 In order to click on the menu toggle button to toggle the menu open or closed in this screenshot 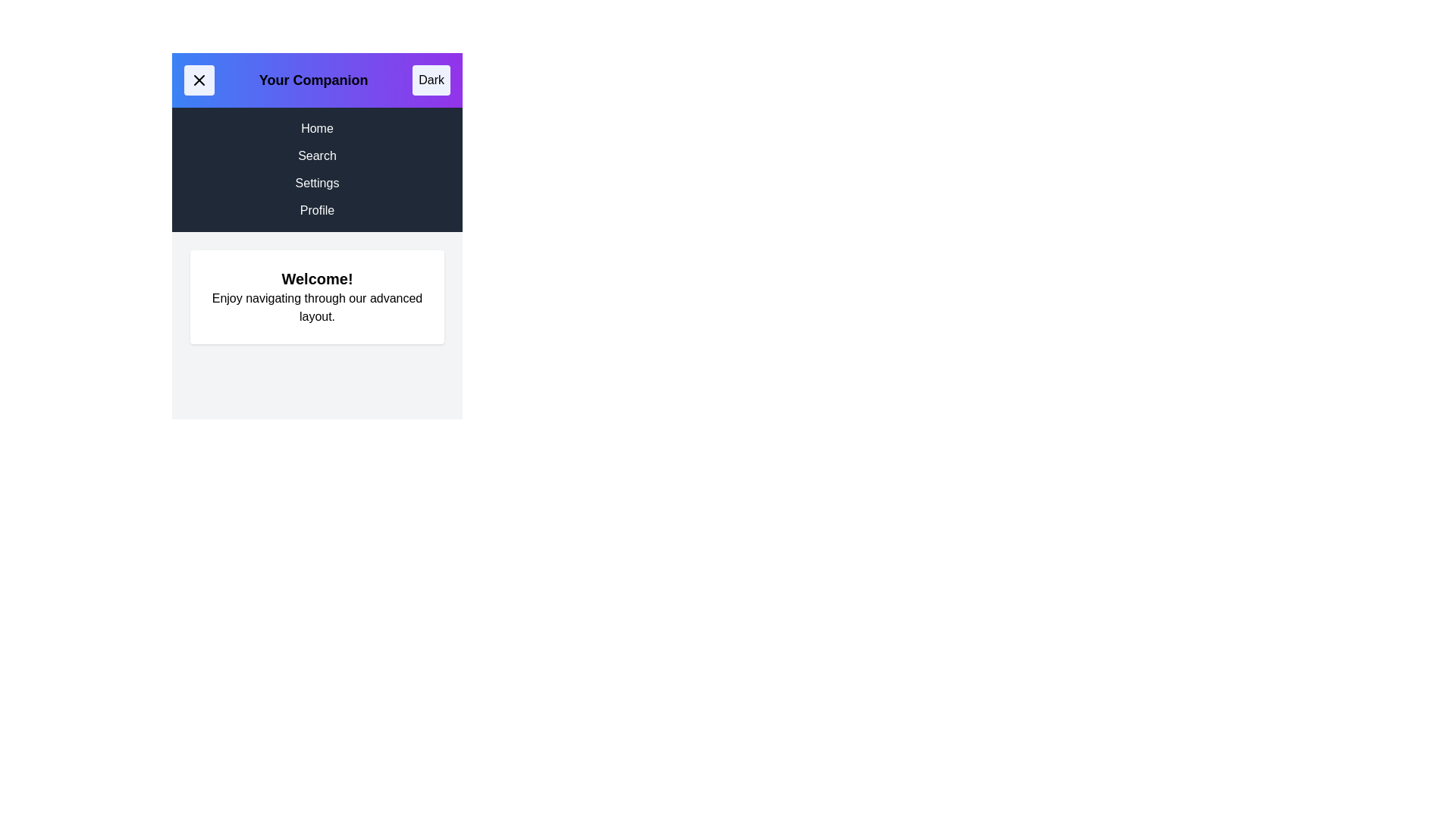, I will do `click(199, 80)`.